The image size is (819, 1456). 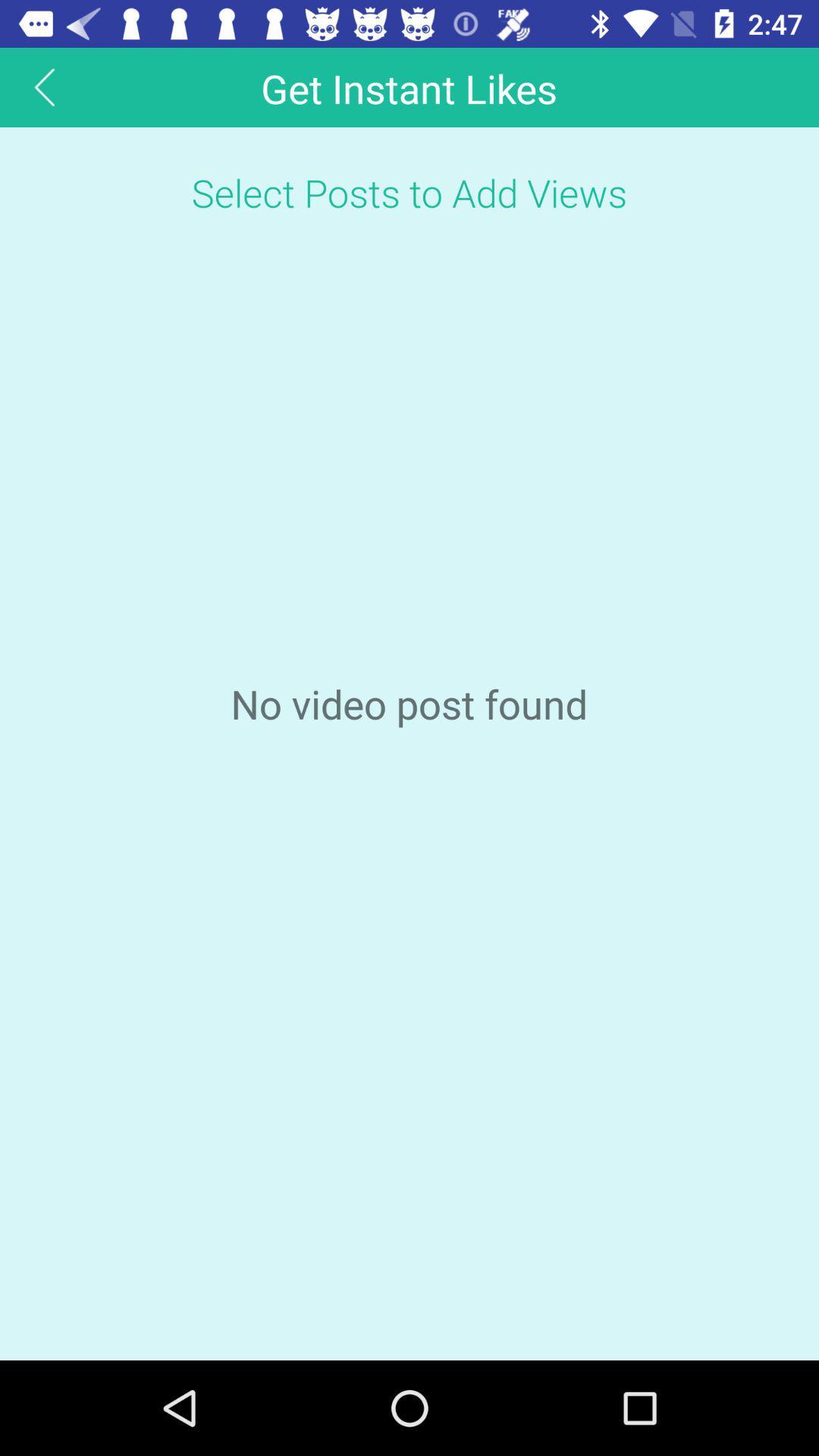 What do you see at coordinates (44, 86) in the screenshot?
I see `the icon to the left of get instant likes item` at bounding box center [44, 86].